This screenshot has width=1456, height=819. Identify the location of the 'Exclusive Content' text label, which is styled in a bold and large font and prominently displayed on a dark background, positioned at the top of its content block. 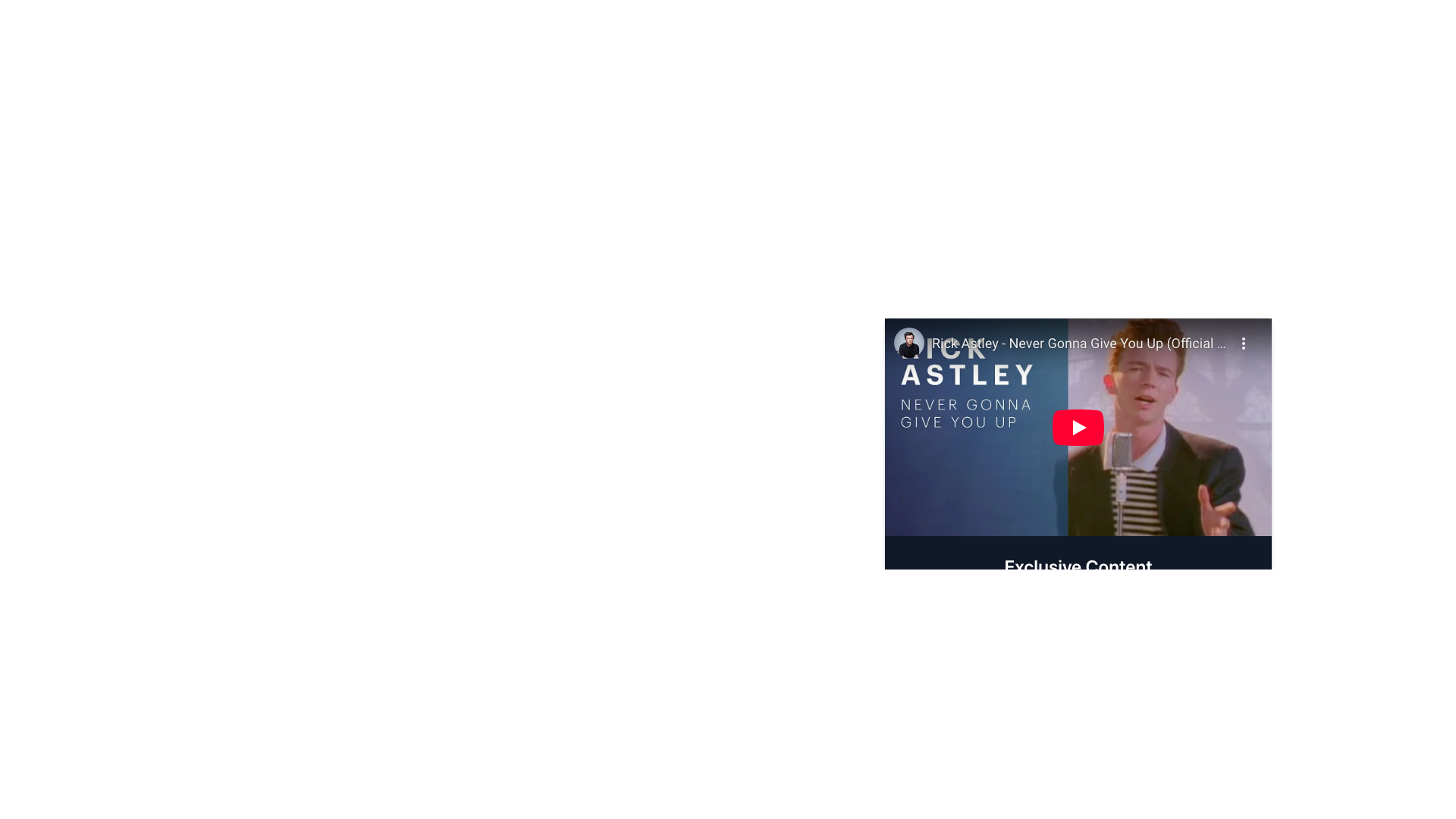
(1077, 565).